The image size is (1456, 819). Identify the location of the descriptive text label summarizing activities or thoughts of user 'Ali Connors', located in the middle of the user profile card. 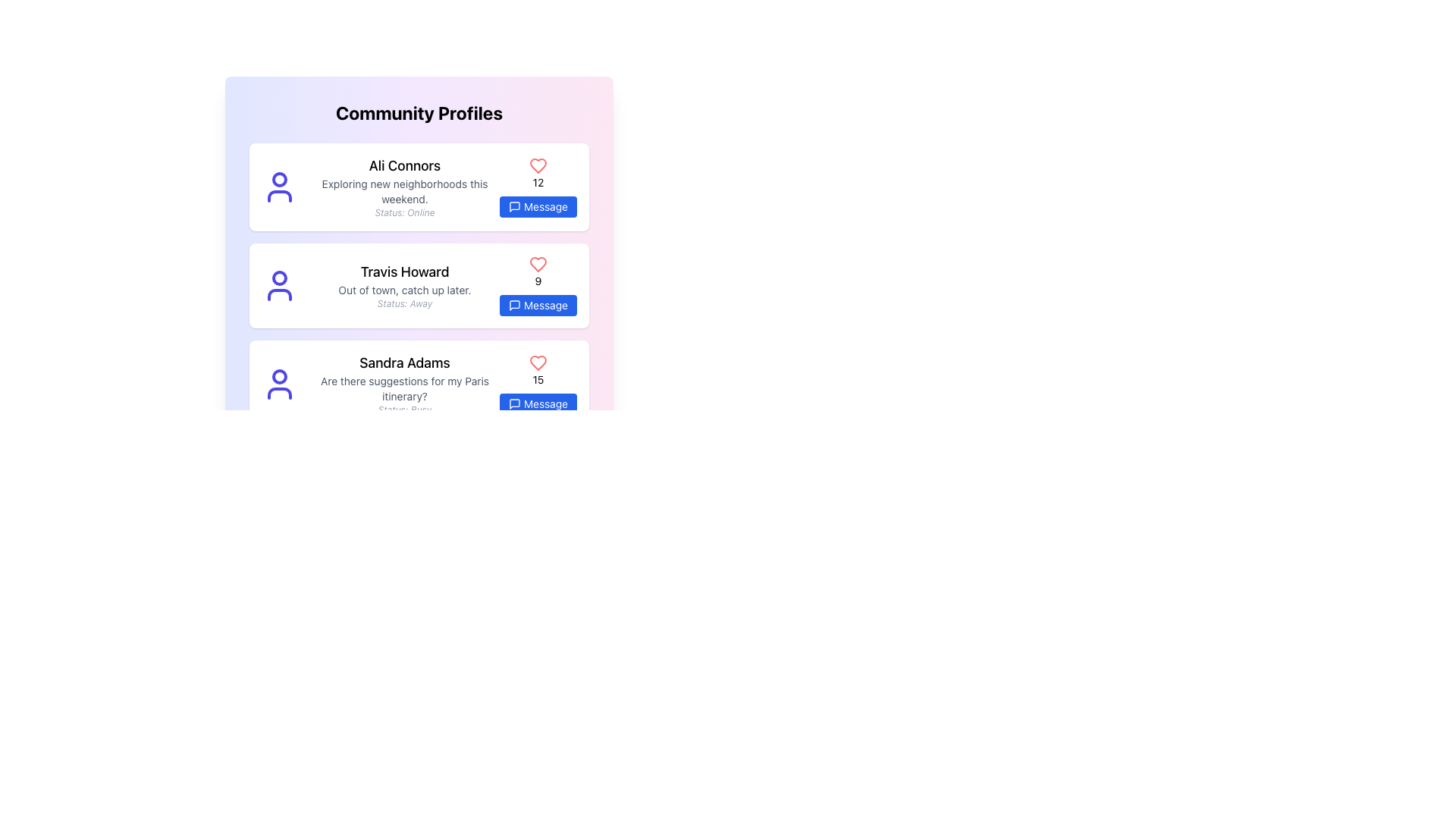
(404, 191).